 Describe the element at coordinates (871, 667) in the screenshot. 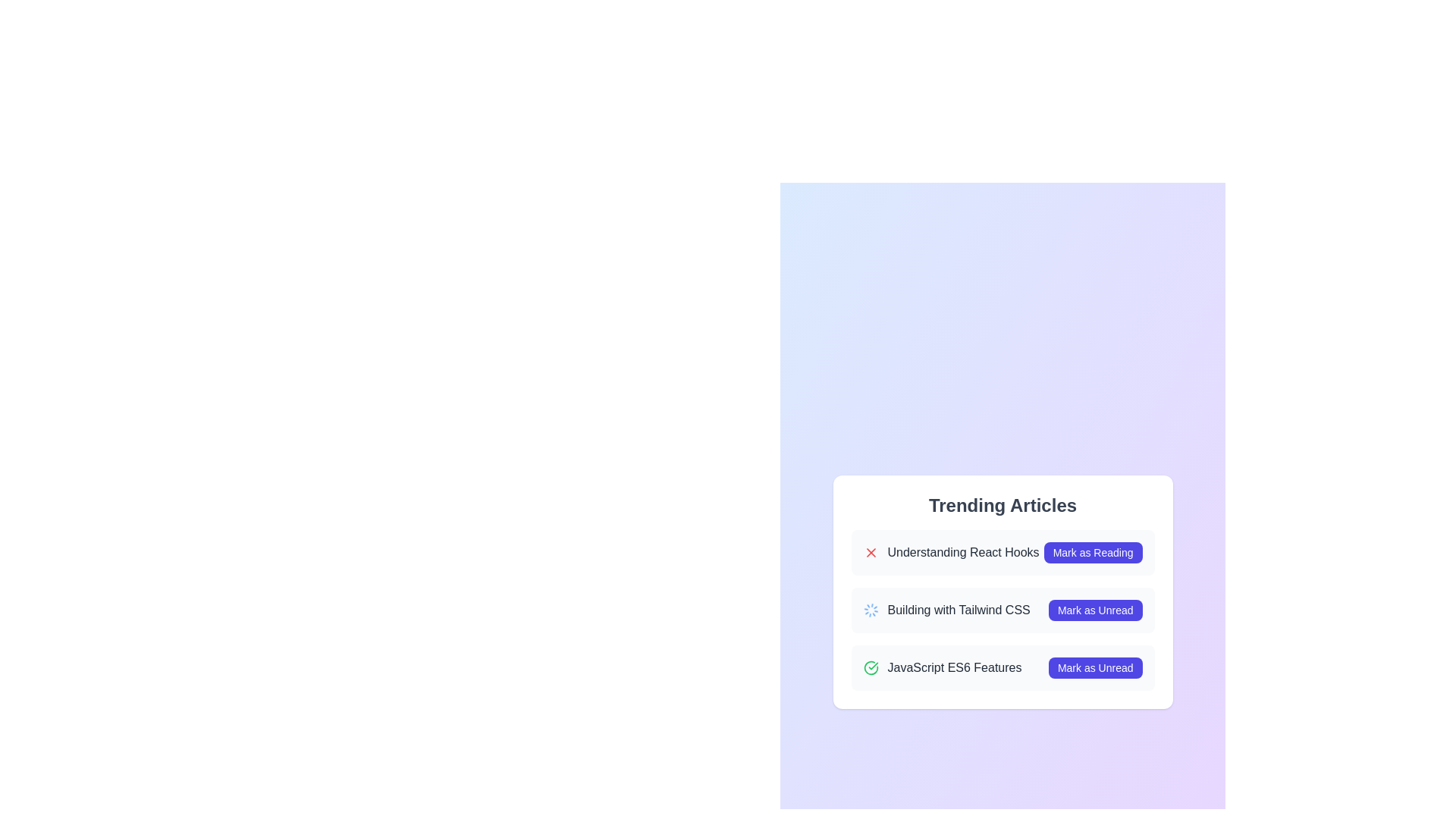

I see `the circular icon with a green checkmark that is located next to the text 'JavaScript ES6 Features', which is part of the last group under the header 'Trending Articles'` at that location.